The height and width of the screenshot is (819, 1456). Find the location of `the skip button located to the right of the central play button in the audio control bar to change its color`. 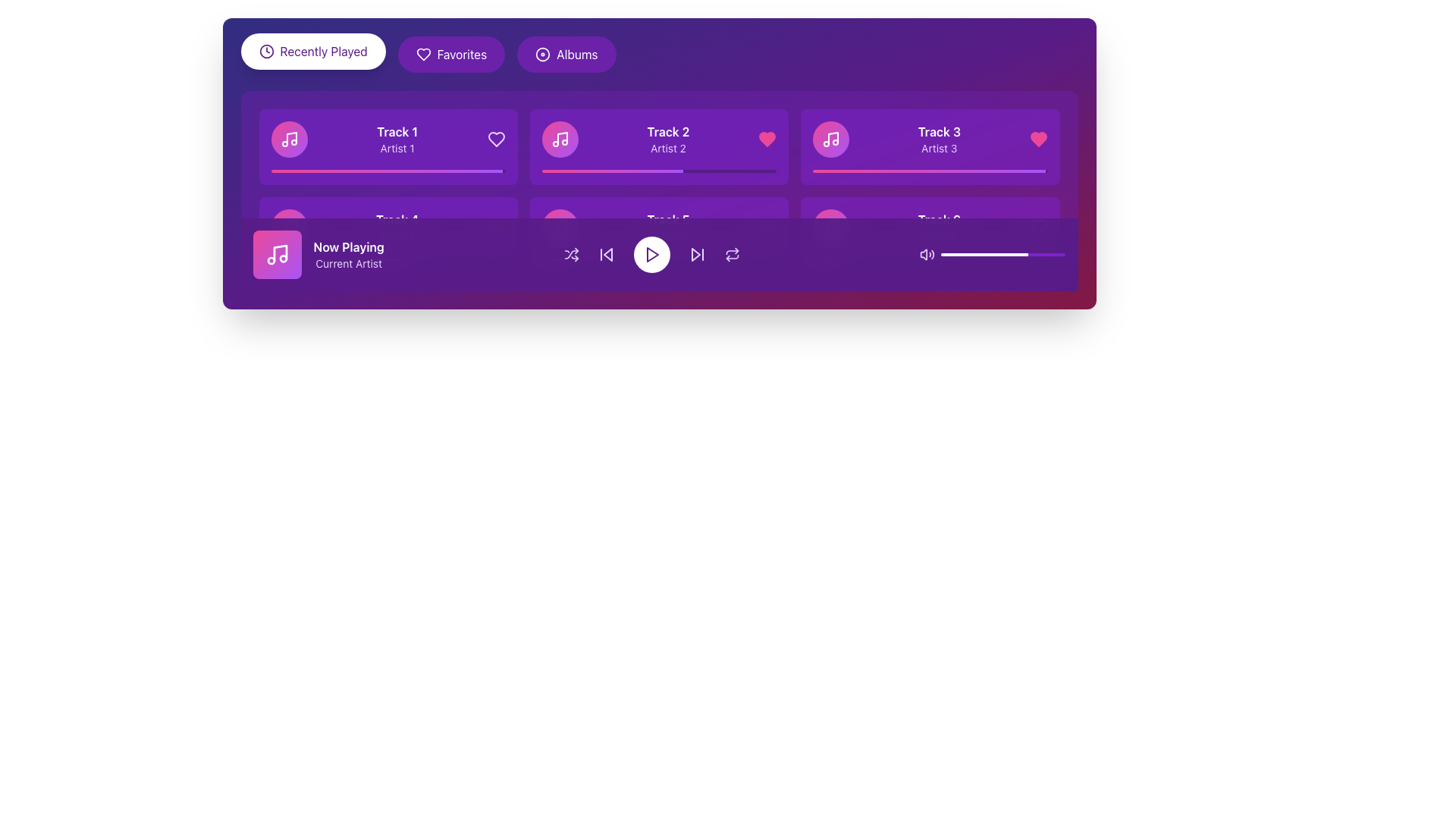

the skip button located to the right of the central play button in the audio control bar to change its color is located at coordinates (697, 253).